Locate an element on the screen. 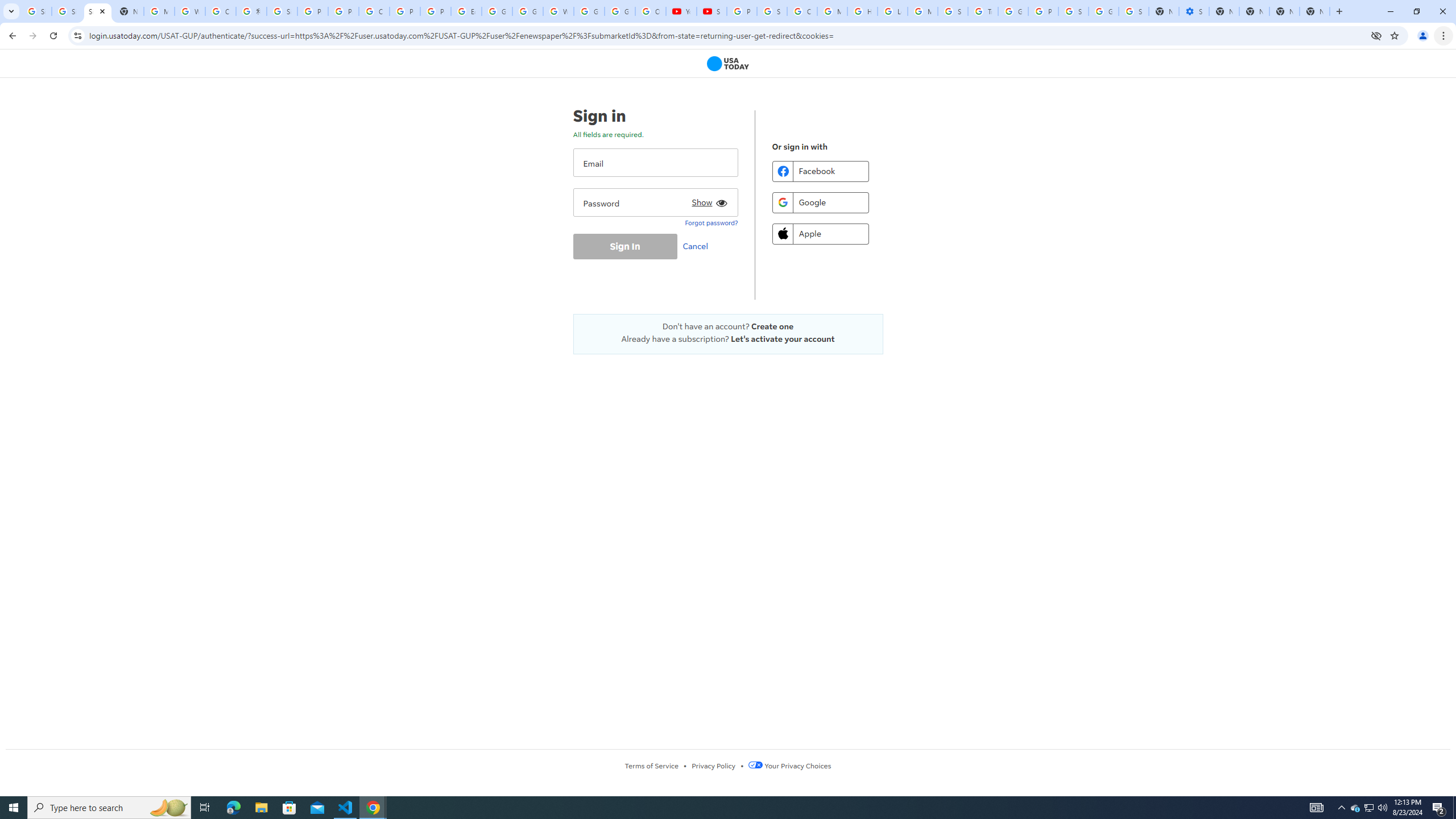 This screenshot has width=1456, height=819. 'Google Ads - Sign in' is located at coordinates (1013, 11).